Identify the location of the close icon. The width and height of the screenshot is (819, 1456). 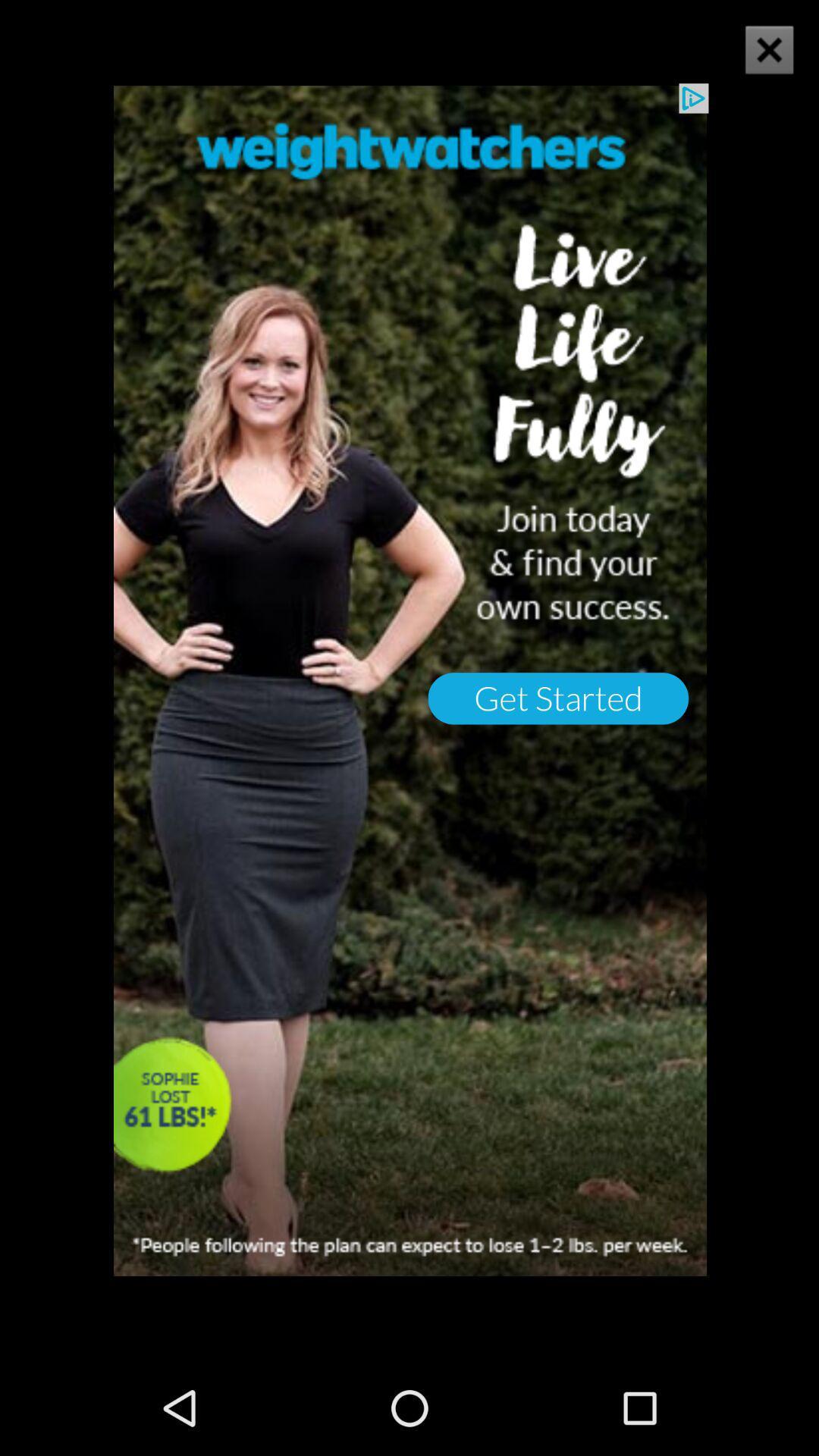
(769, 53).